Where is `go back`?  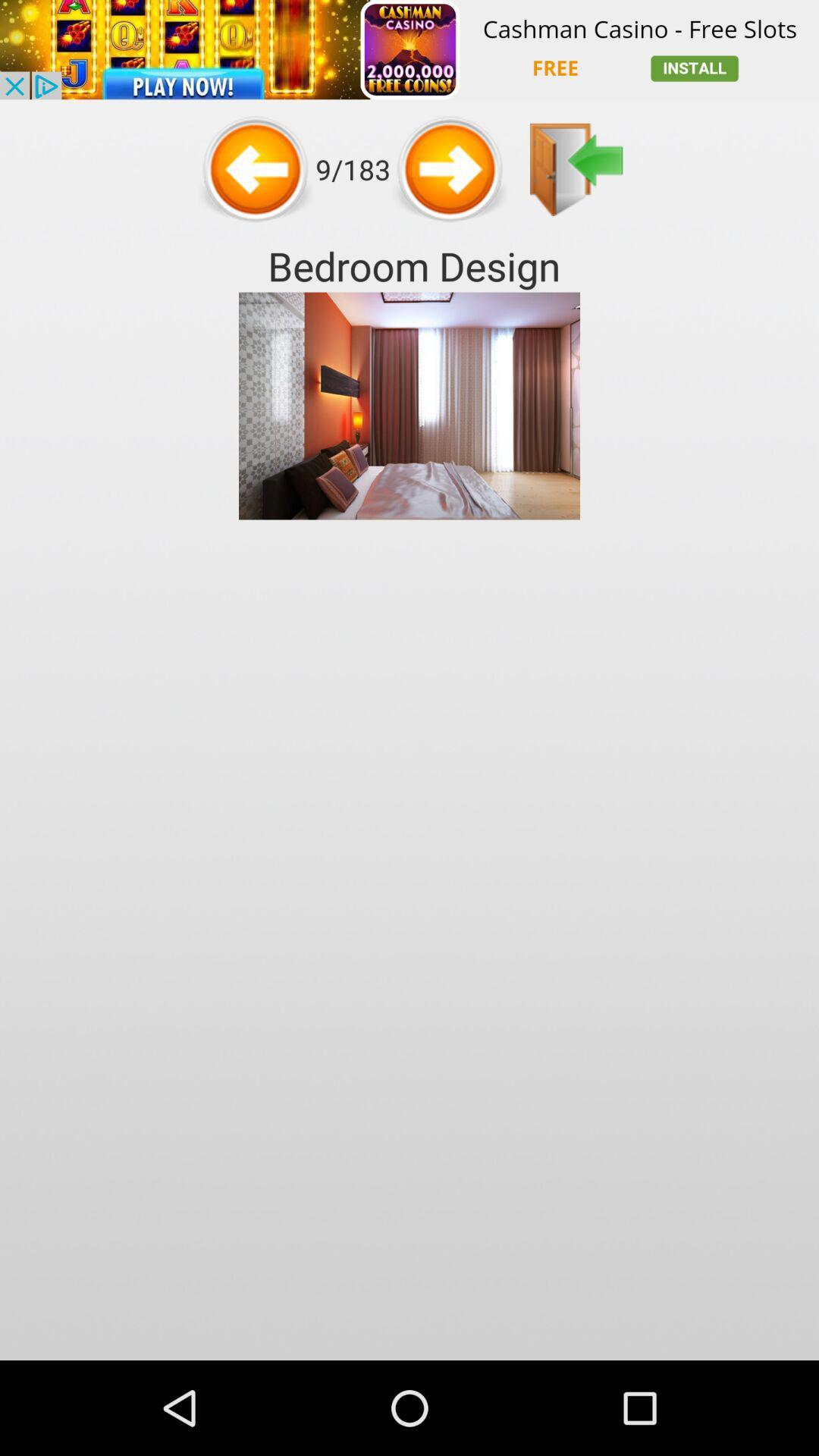
go back is located at coordinates (255, 169).